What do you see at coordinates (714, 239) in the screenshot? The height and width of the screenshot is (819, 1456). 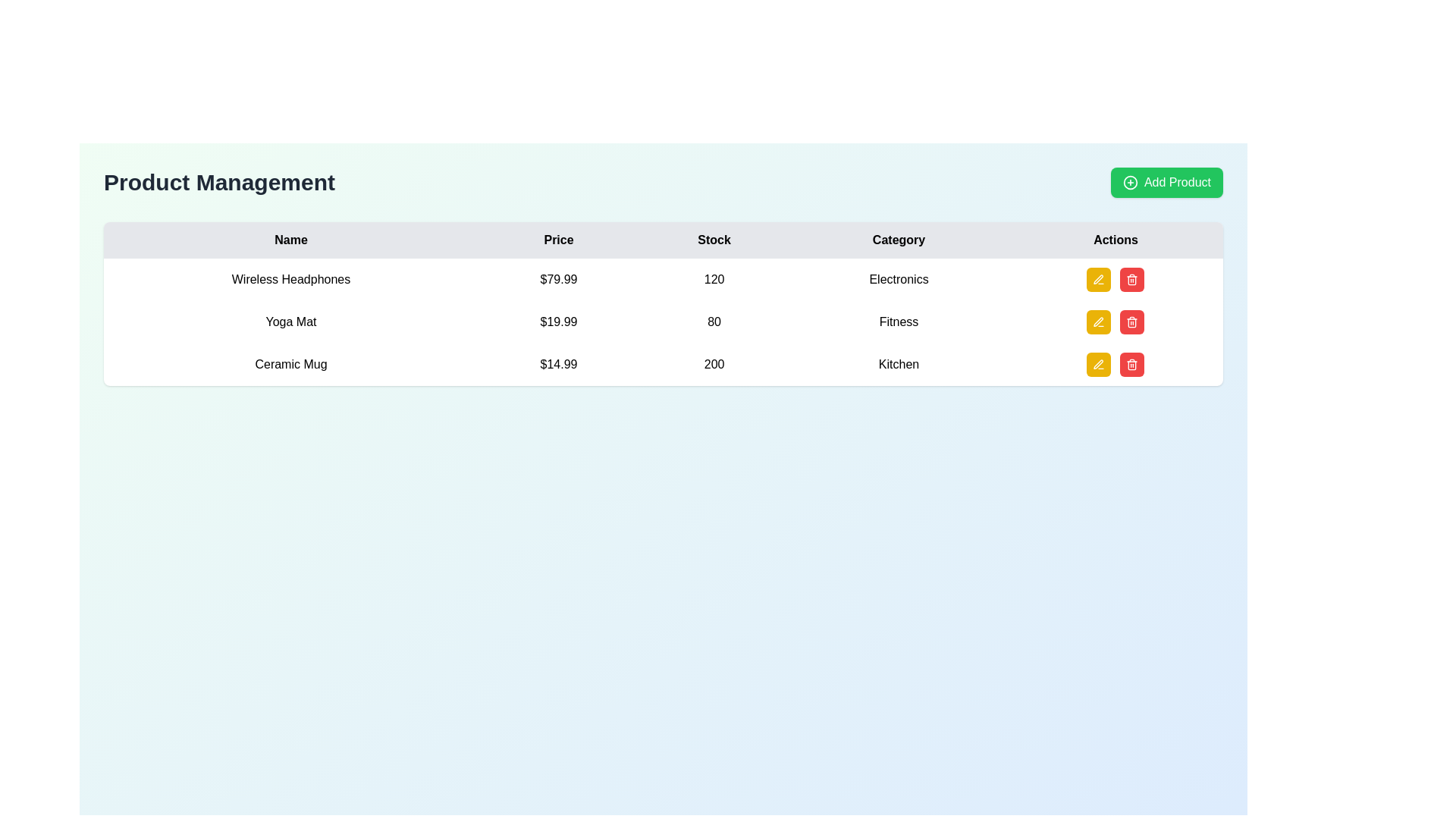 I see `the text label element containing the word 'Stock', which is styled with a light gray background and black bold text, located in the third column of a header row in a tabular layout` at bounding box center [714, 239].